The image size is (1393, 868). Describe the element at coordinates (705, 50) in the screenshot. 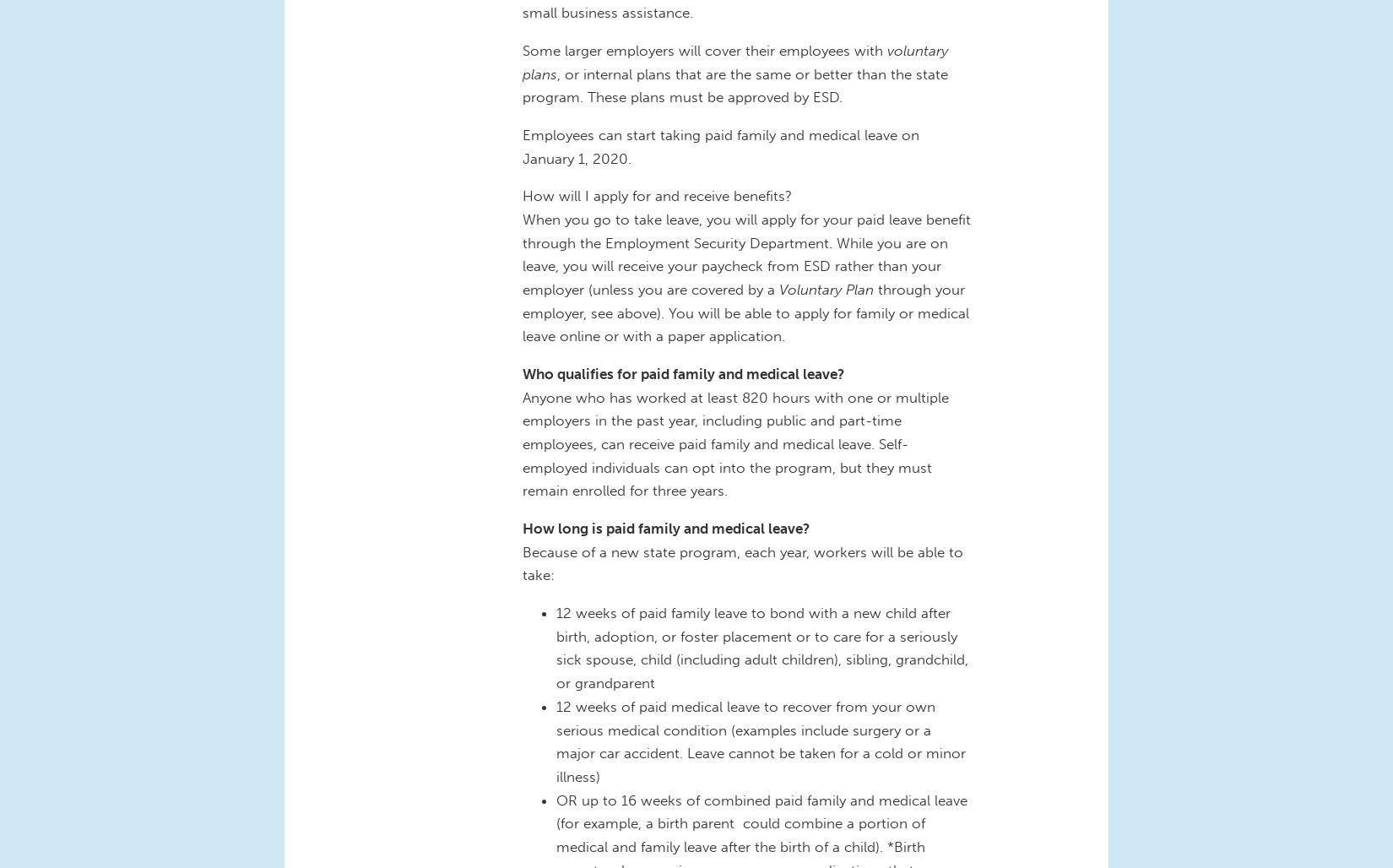

I see `'Some larger employers will cover their employees with'` at that location.